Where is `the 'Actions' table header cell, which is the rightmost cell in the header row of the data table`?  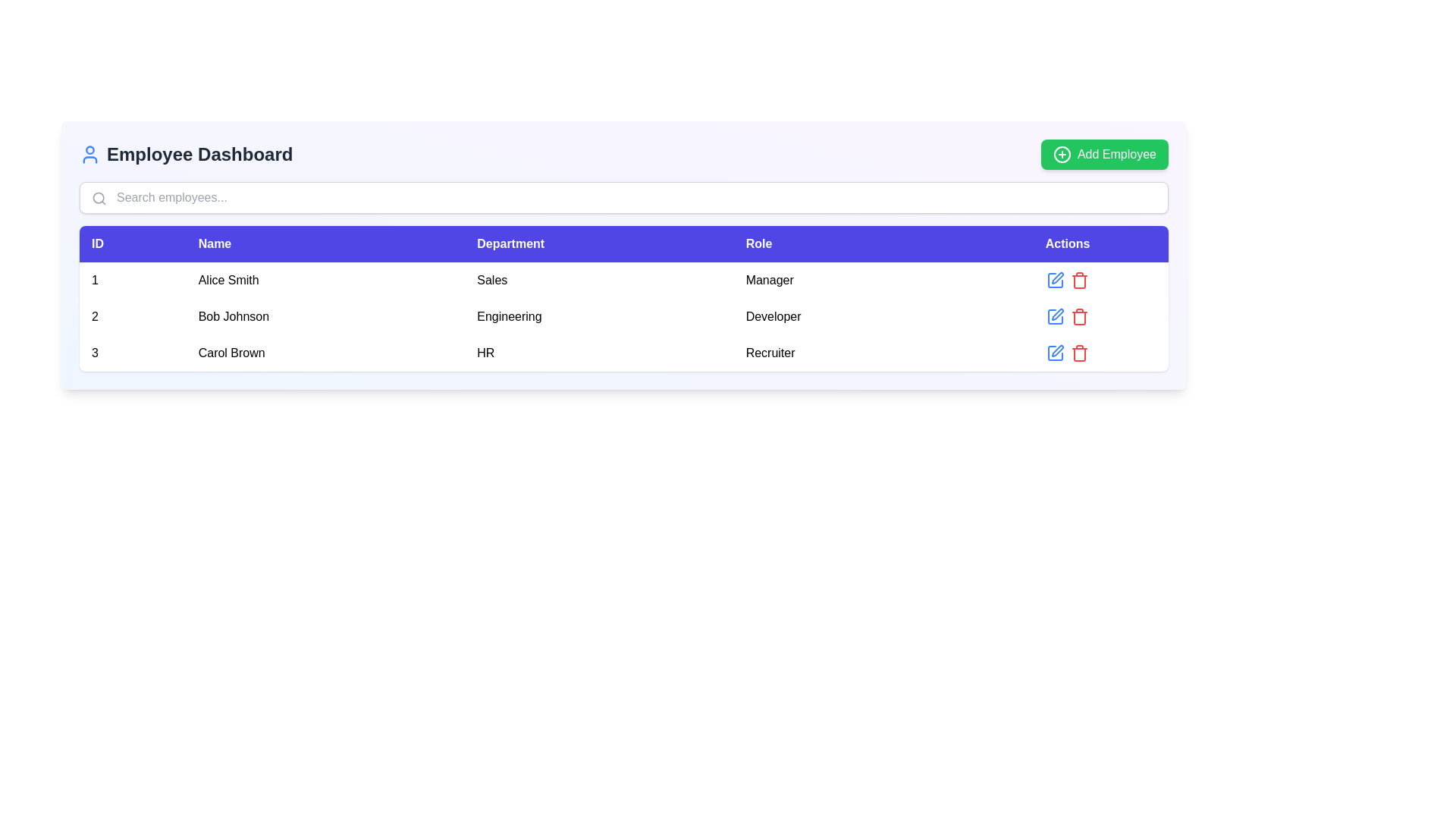 the 'Actions' table header cell, which is the rightmost cell in the header row of the data table is located at coordinates (1067, 243).